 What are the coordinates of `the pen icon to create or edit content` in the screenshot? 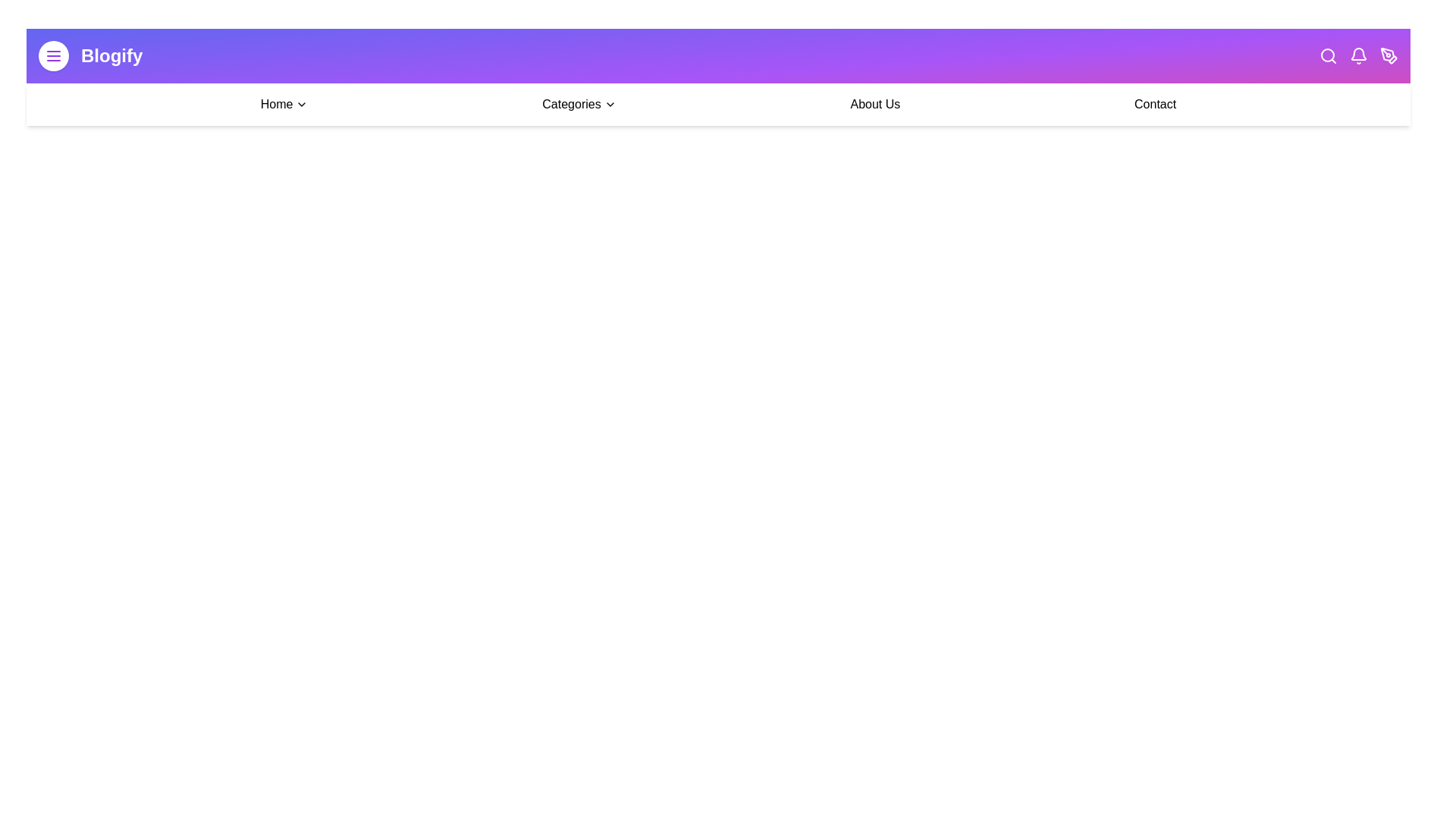 It's located at (1389, 55).